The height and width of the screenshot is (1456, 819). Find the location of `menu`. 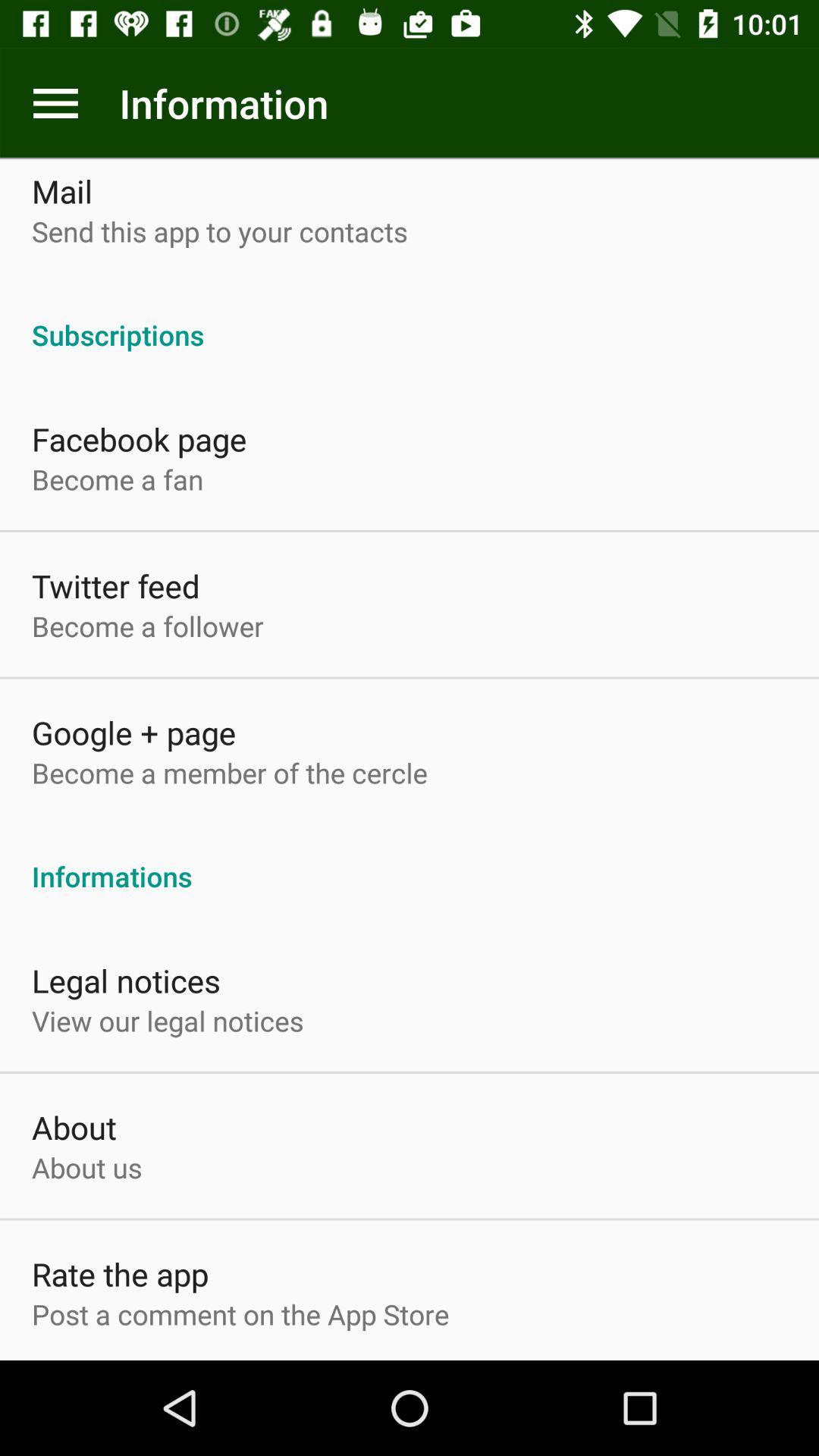

menu is located at coordinates (55, 102).